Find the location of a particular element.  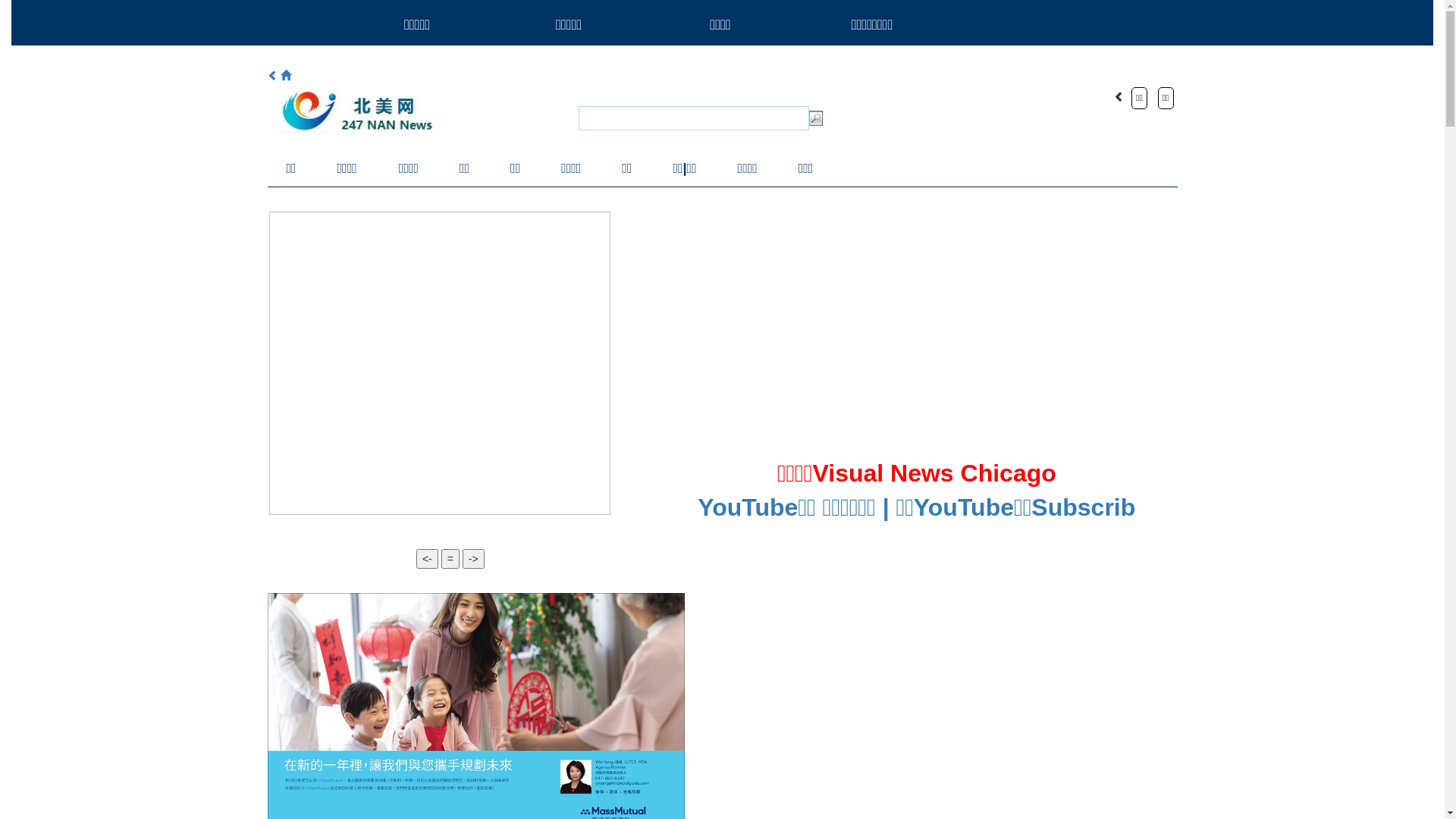

'=' is located at coordinates (450, 558).